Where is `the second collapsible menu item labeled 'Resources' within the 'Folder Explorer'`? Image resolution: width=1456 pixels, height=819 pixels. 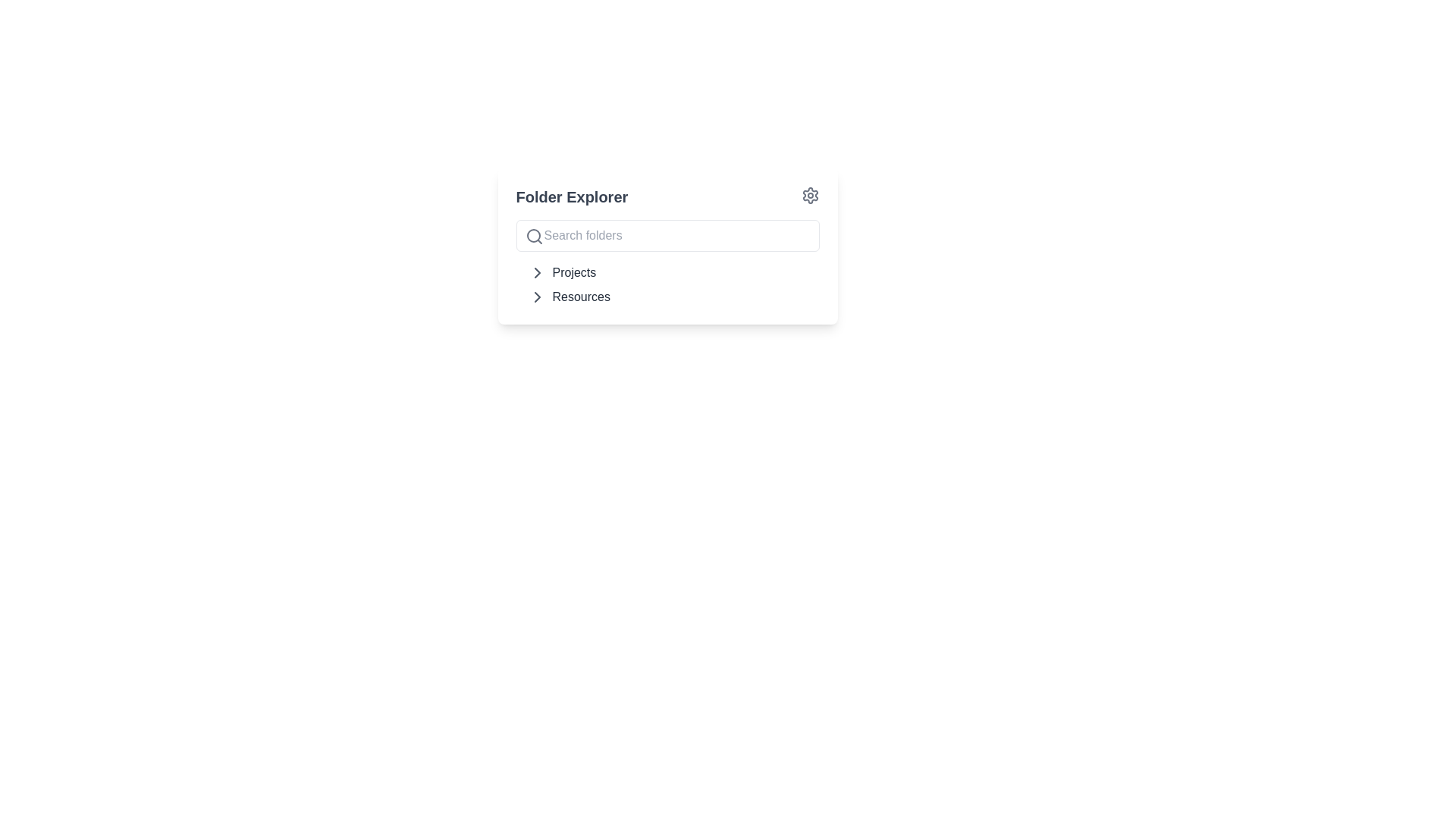
the second collapsible menu item labeled 'Resources' within the 'Folder Explorer' is located at coordinates (673, 297).